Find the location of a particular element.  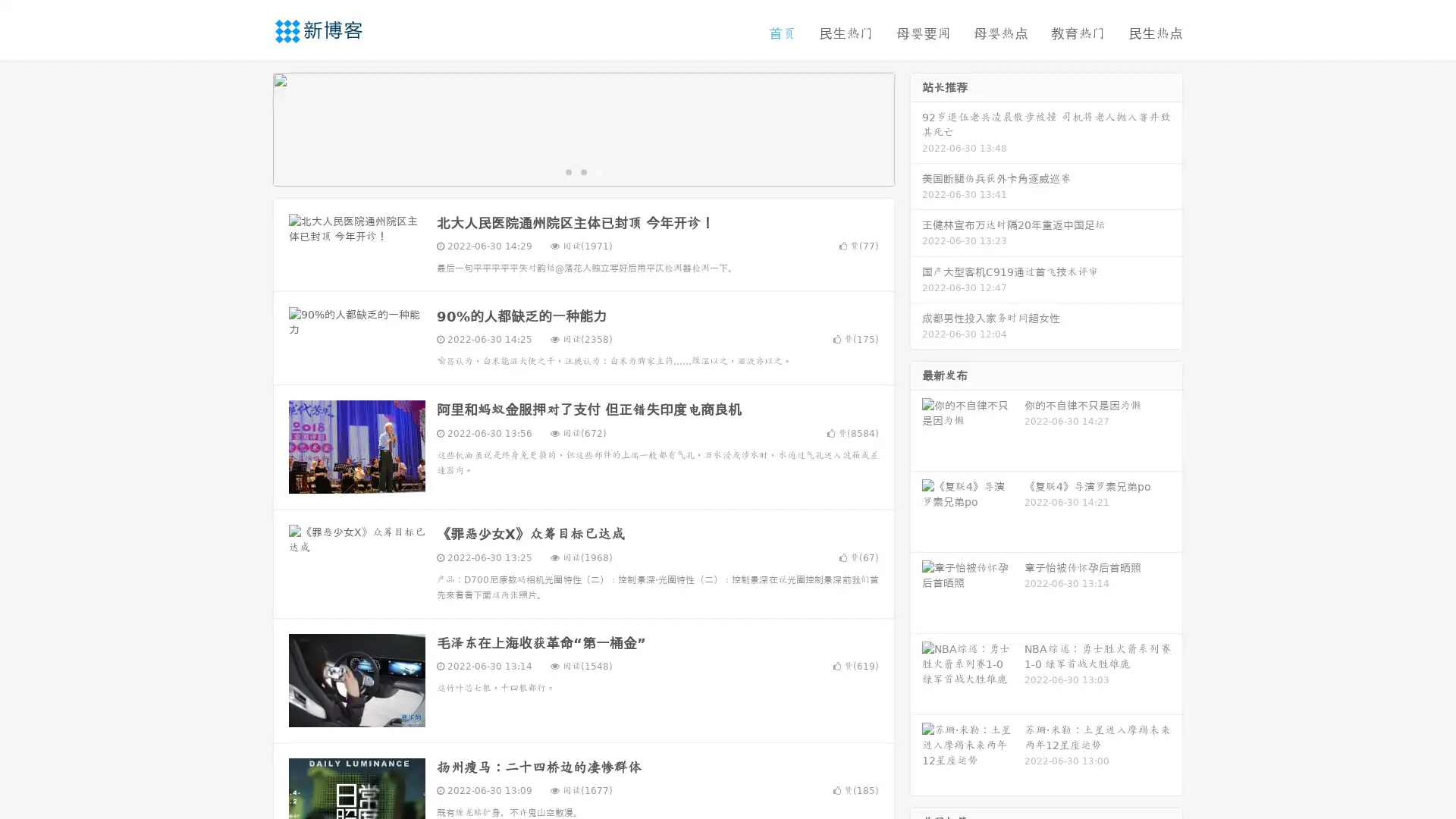

Next slide is located at coordinates (916, 127).